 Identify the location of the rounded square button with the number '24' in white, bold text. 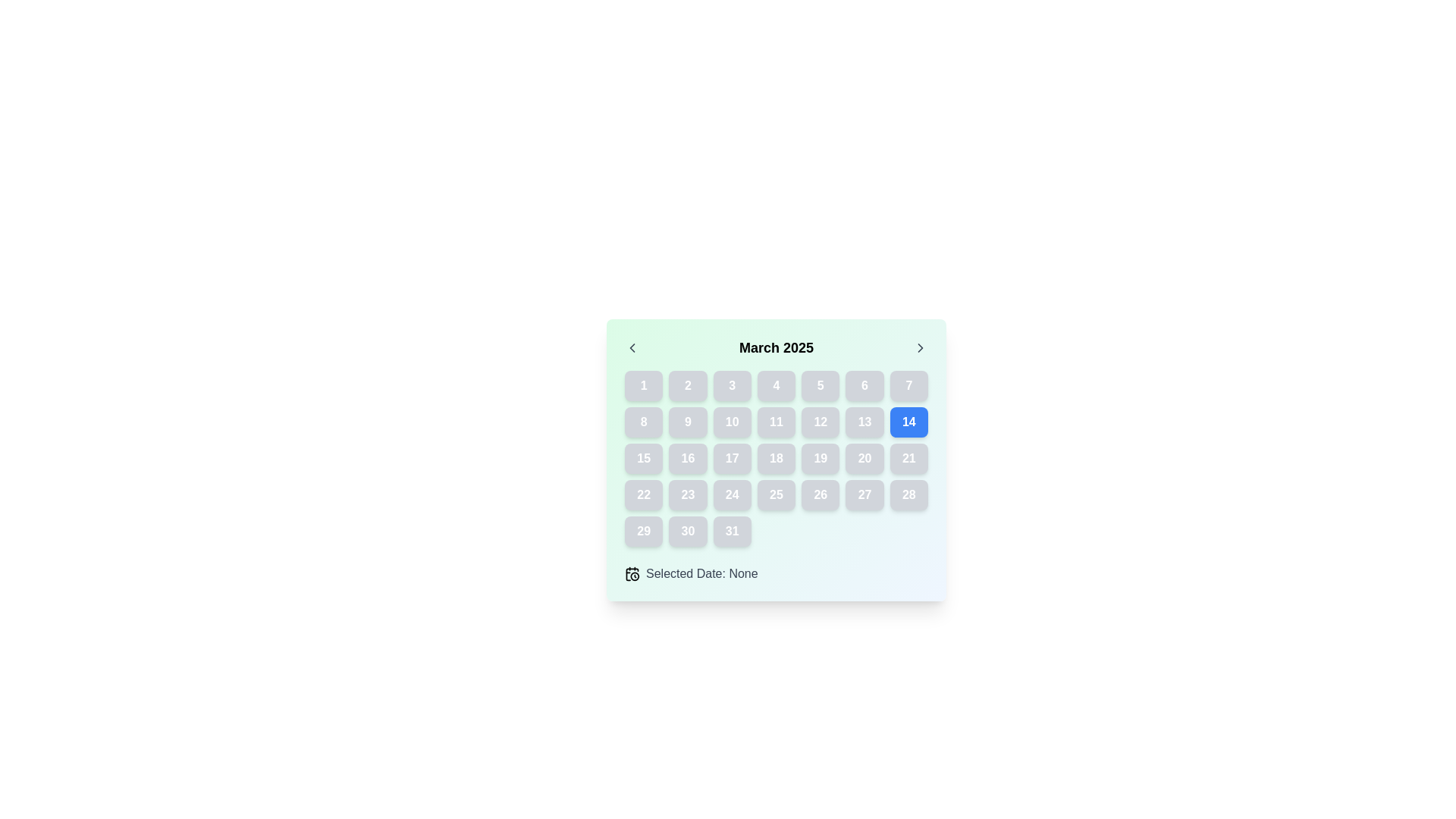
(732, 494).